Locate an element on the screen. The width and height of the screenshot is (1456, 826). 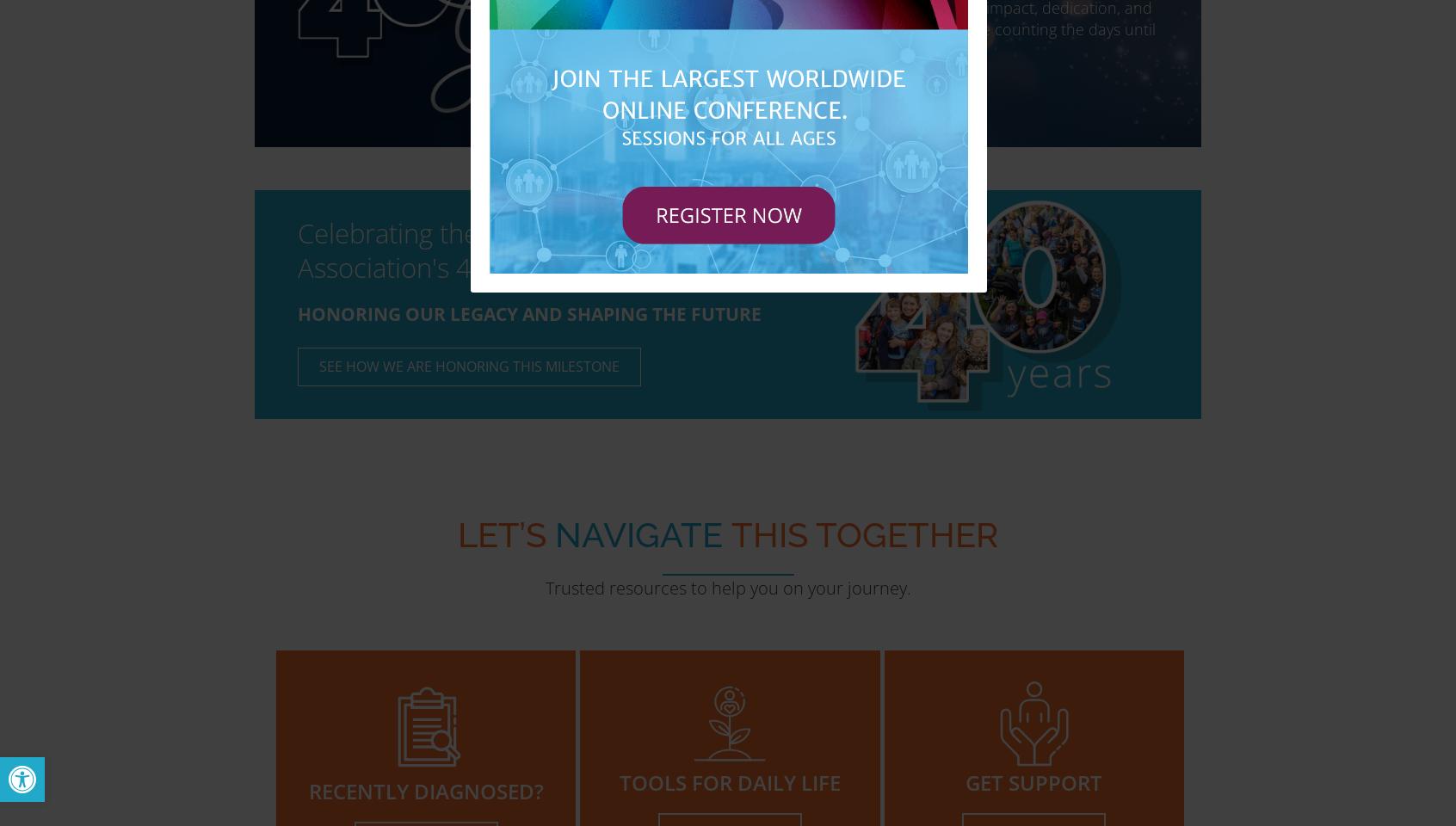
'VISIT THE GALA WEBSITE' is located at coordinates (760, 96).